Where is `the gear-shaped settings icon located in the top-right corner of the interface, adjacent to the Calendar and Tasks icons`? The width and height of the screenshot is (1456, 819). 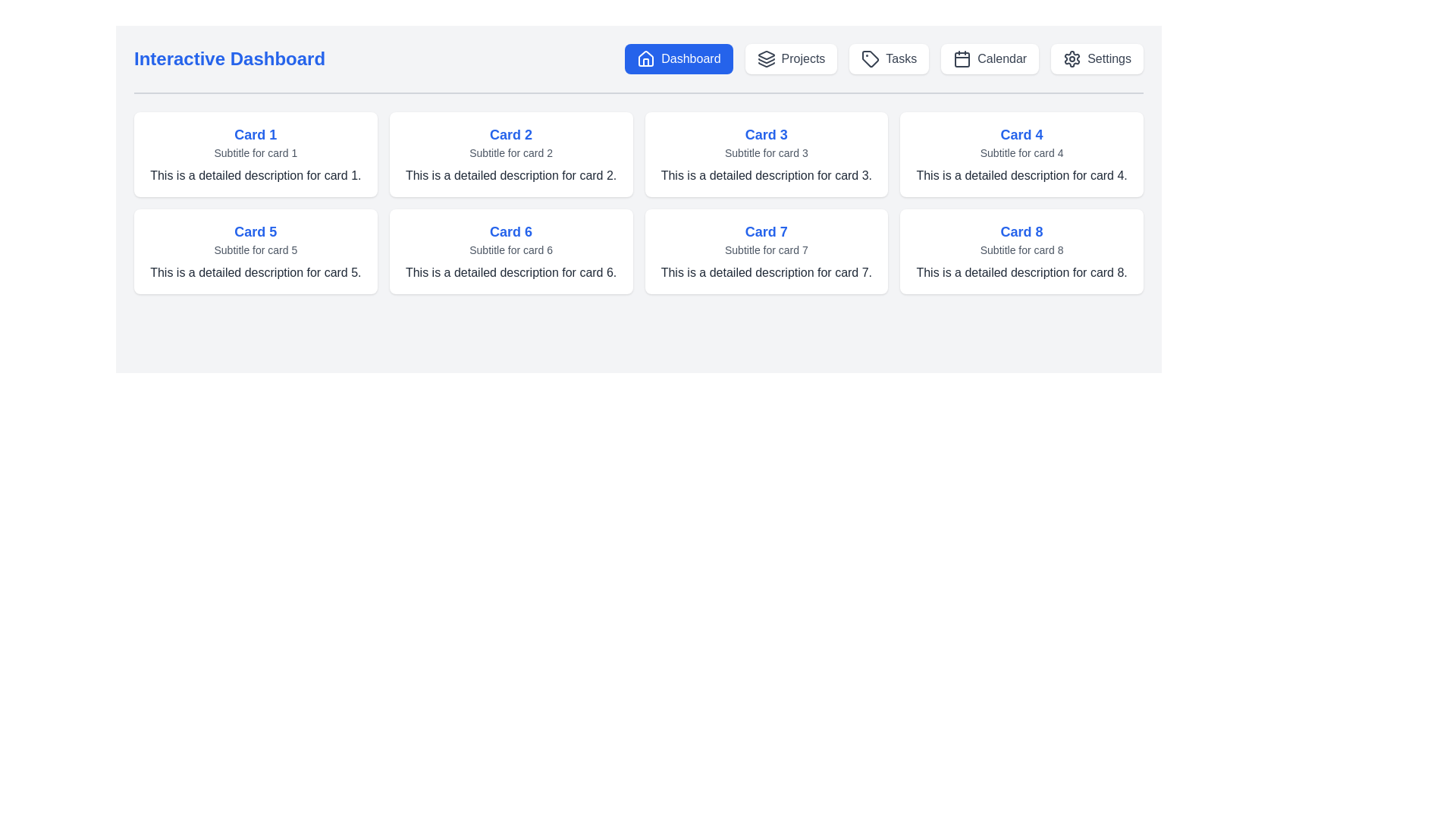
the gear-shaped settings icon located in the top-right corner of the interface, adjacent to the Calendar and Tasks icons is located at coordinates (1072, 58).